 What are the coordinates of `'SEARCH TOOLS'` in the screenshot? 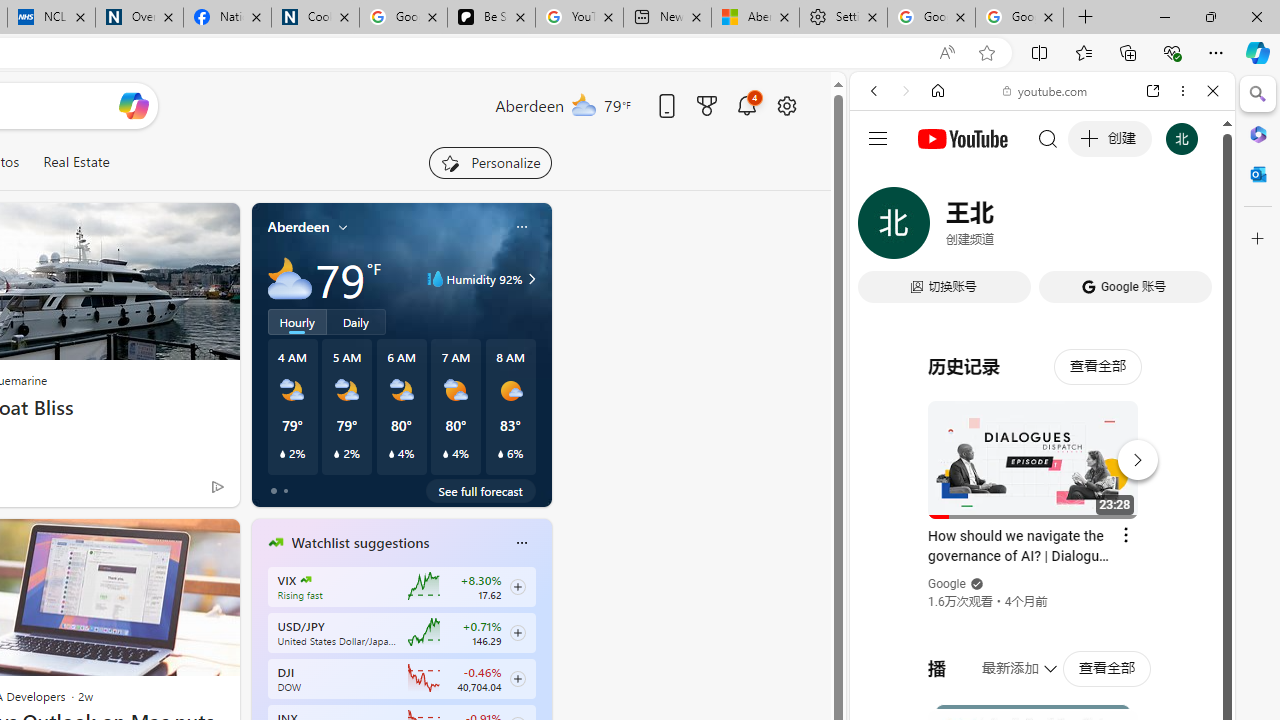 It's located at (1092, 227).